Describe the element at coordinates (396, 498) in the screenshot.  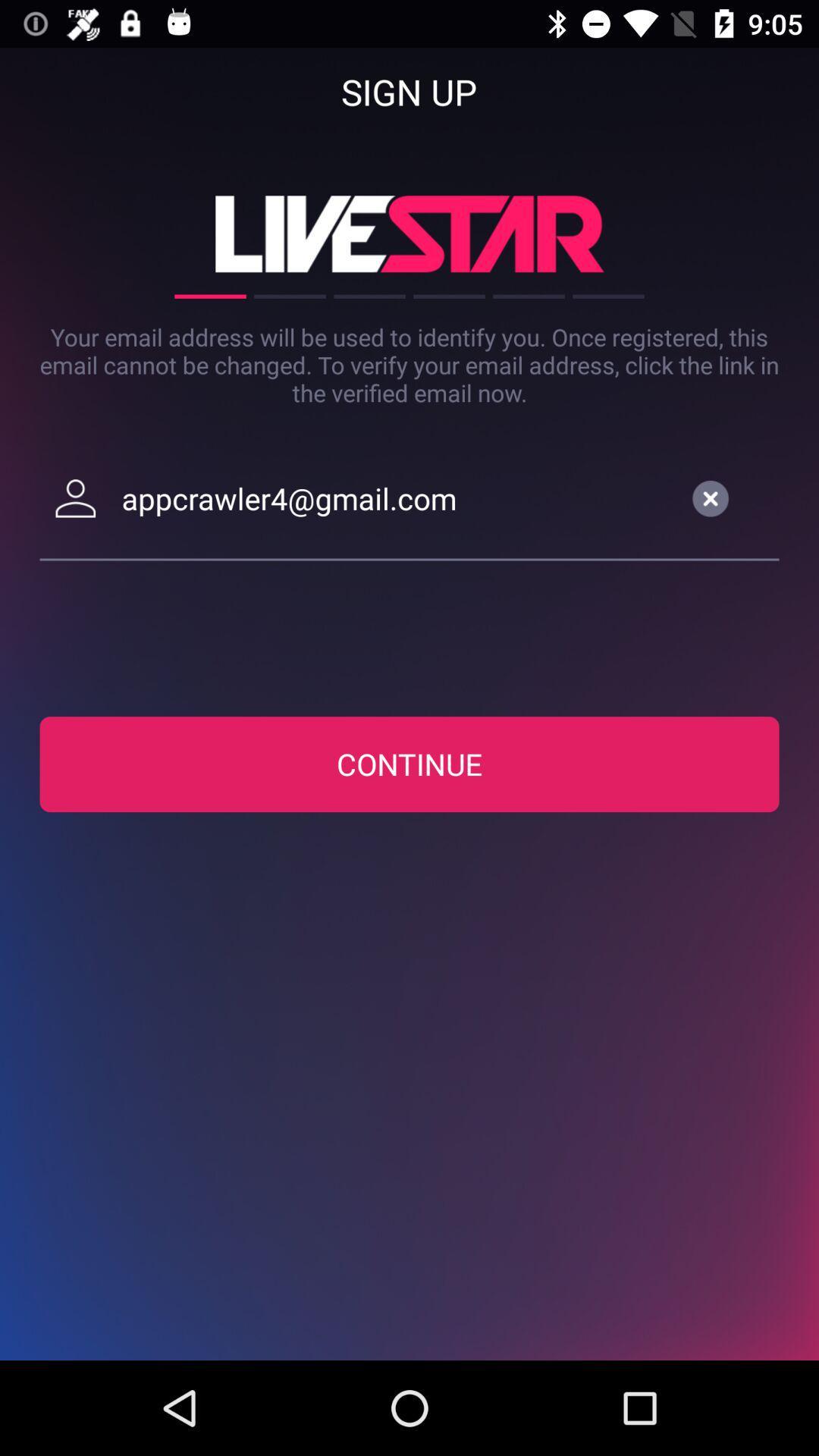
I see `the appcrawler4@gmail.com` at that location.